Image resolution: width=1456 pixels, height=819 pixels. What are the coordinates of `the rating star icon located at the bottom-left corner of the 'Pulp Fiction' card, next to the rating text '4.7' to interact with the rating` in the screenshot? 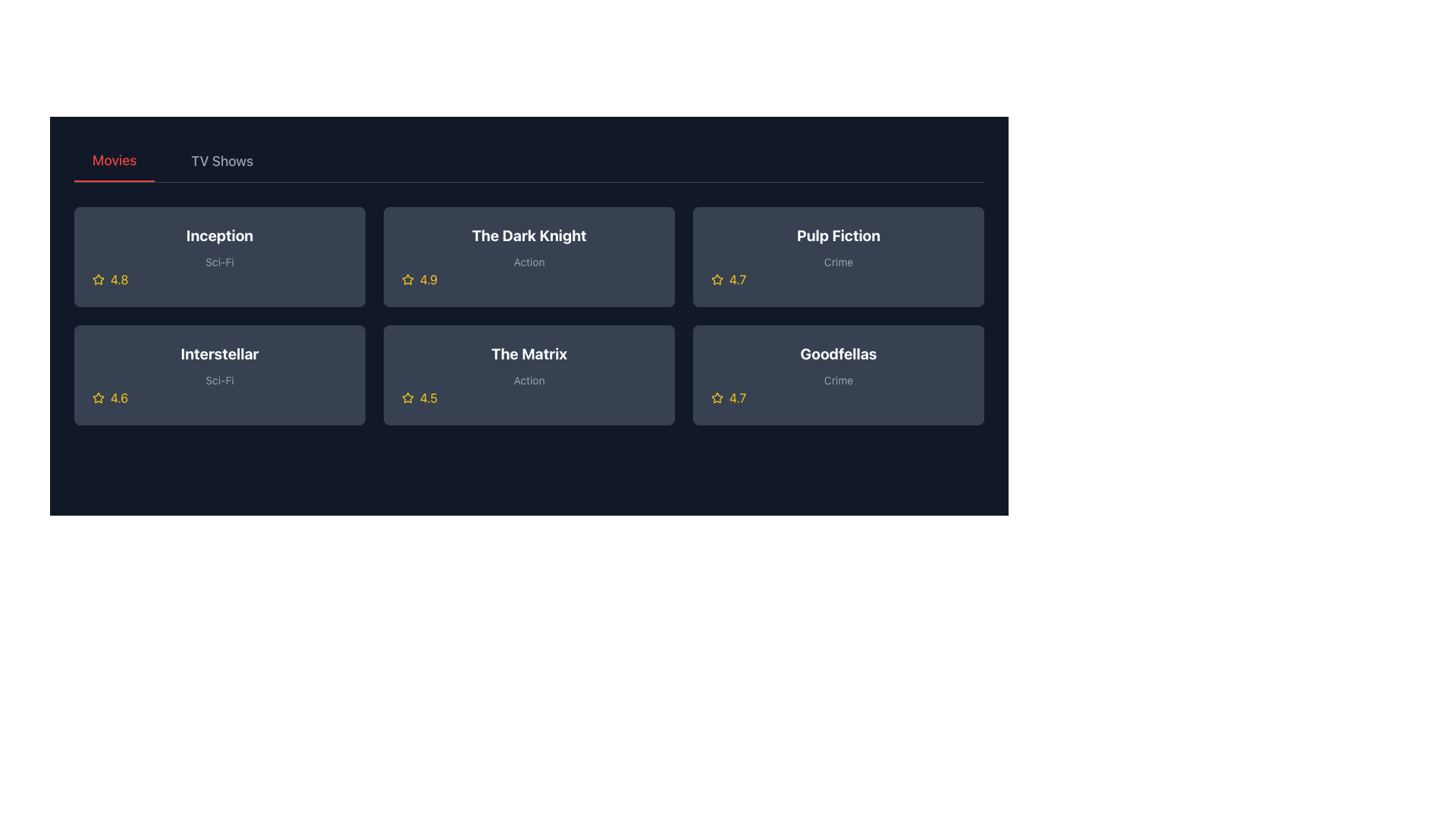 It's located at (716, 279).